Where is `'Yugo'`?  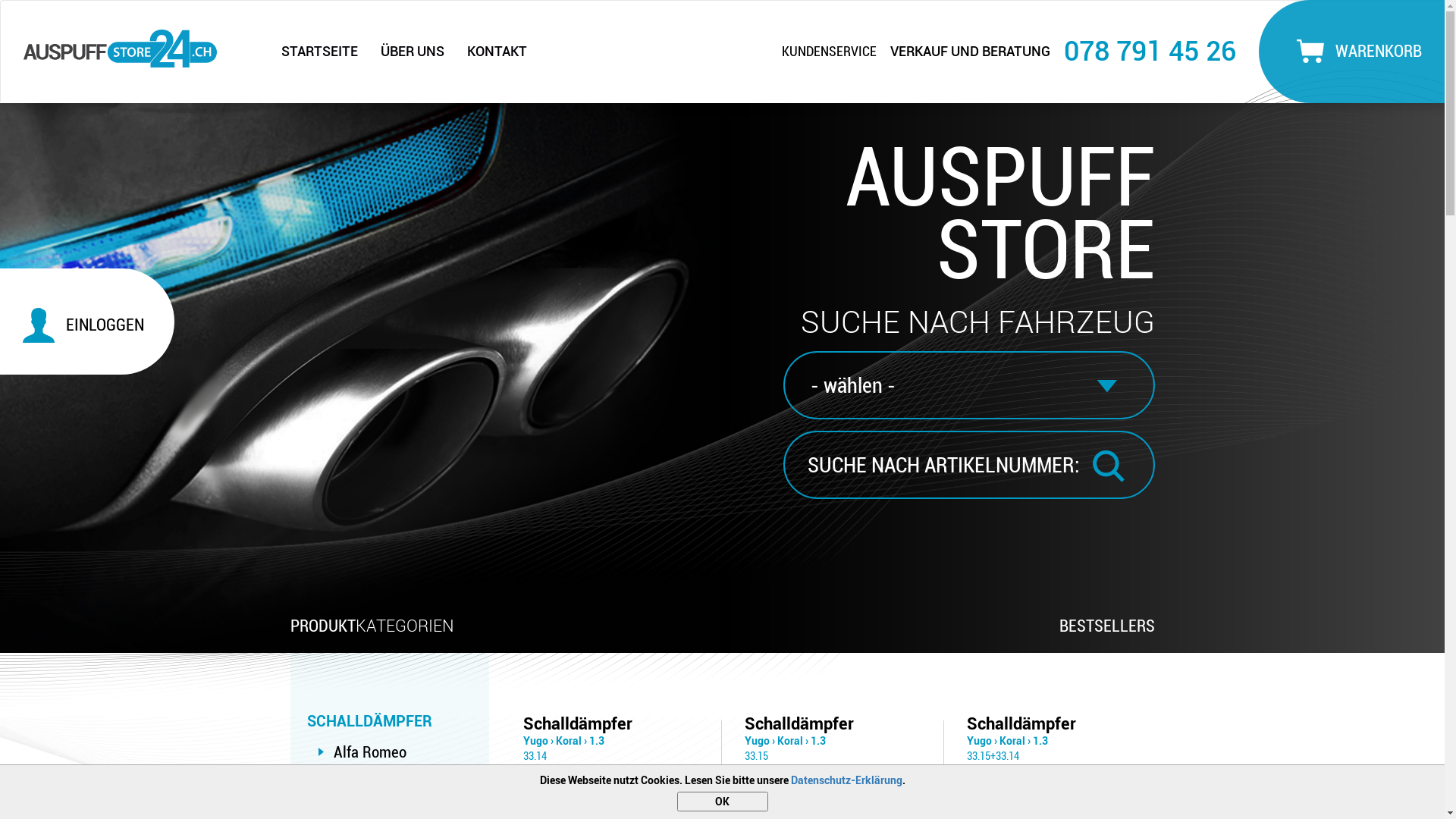
'Yugo' is located at coordinates (979, 739).